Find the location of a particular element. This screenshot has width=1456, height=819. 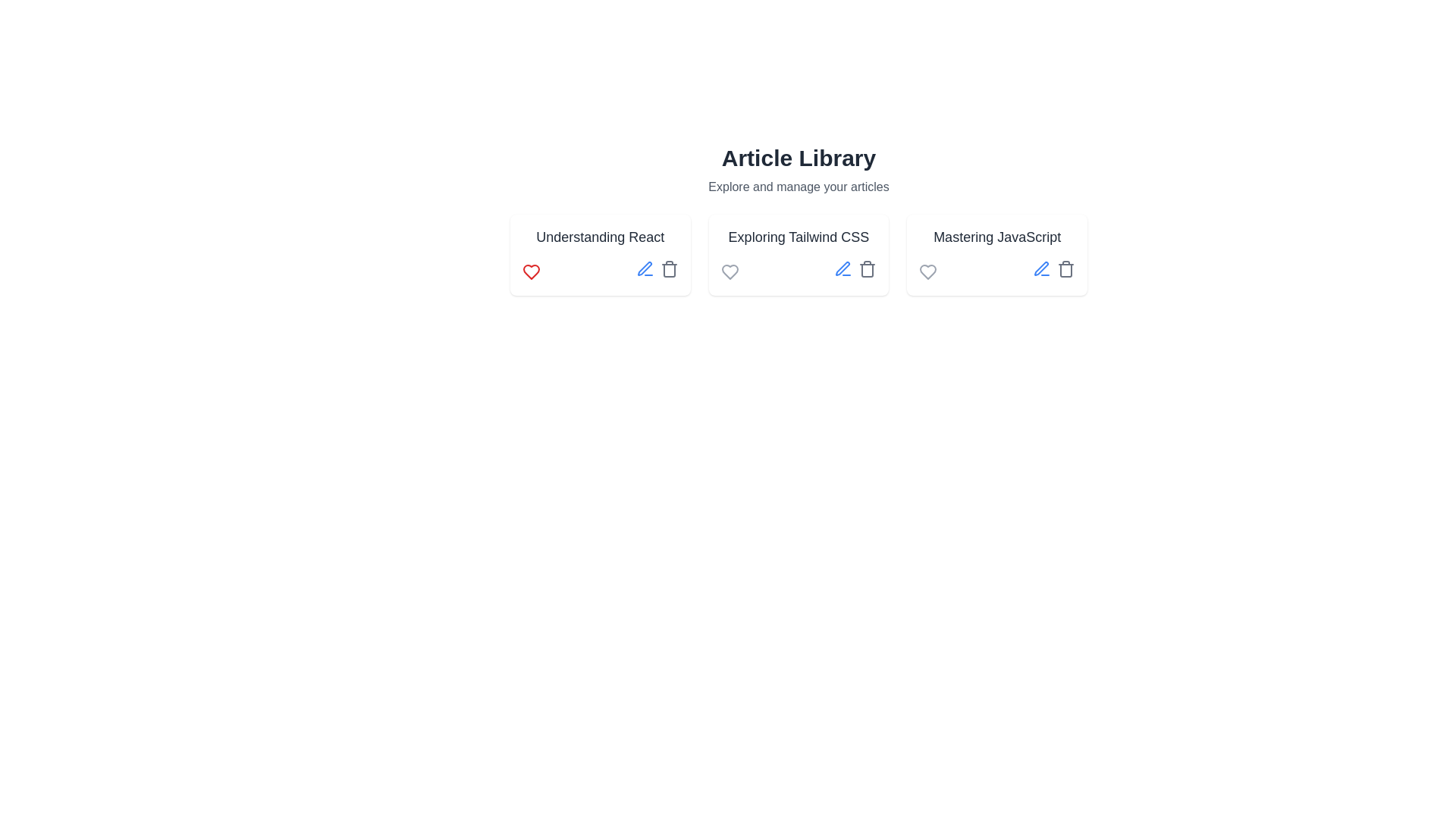

the gray trash can icon button, which changes color to red when hovered, located in the horizontal row of icons under the 'Understanding React' card in the 'Article Library' interface is located at coordinates (668, 268).